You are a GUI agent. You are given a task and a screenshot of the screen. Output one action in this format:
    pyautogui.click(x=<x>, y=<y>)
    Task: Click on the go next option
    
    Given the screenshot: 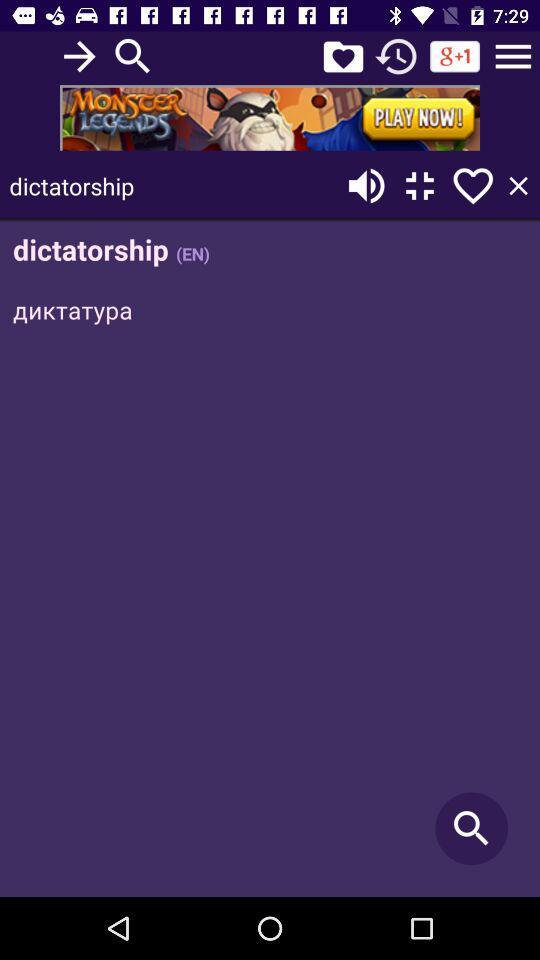 What is the action you would take?
    pyautogui.click(x=78, y=55)
    